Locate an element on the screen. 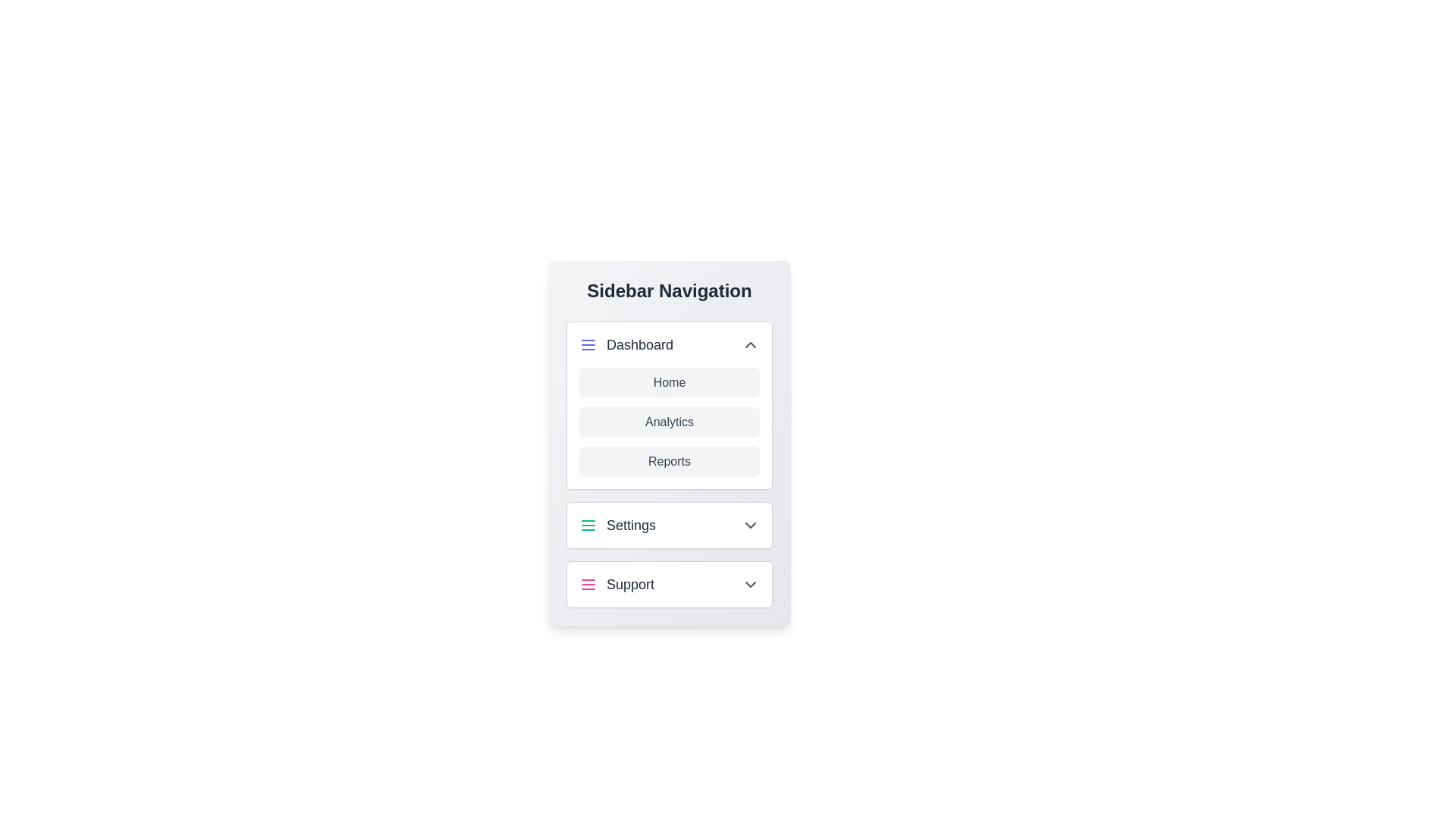  the downward-pointing chevron icon in the sidebar navigation menu associated with the 'Support' entry is located at coordinates (750, 584).